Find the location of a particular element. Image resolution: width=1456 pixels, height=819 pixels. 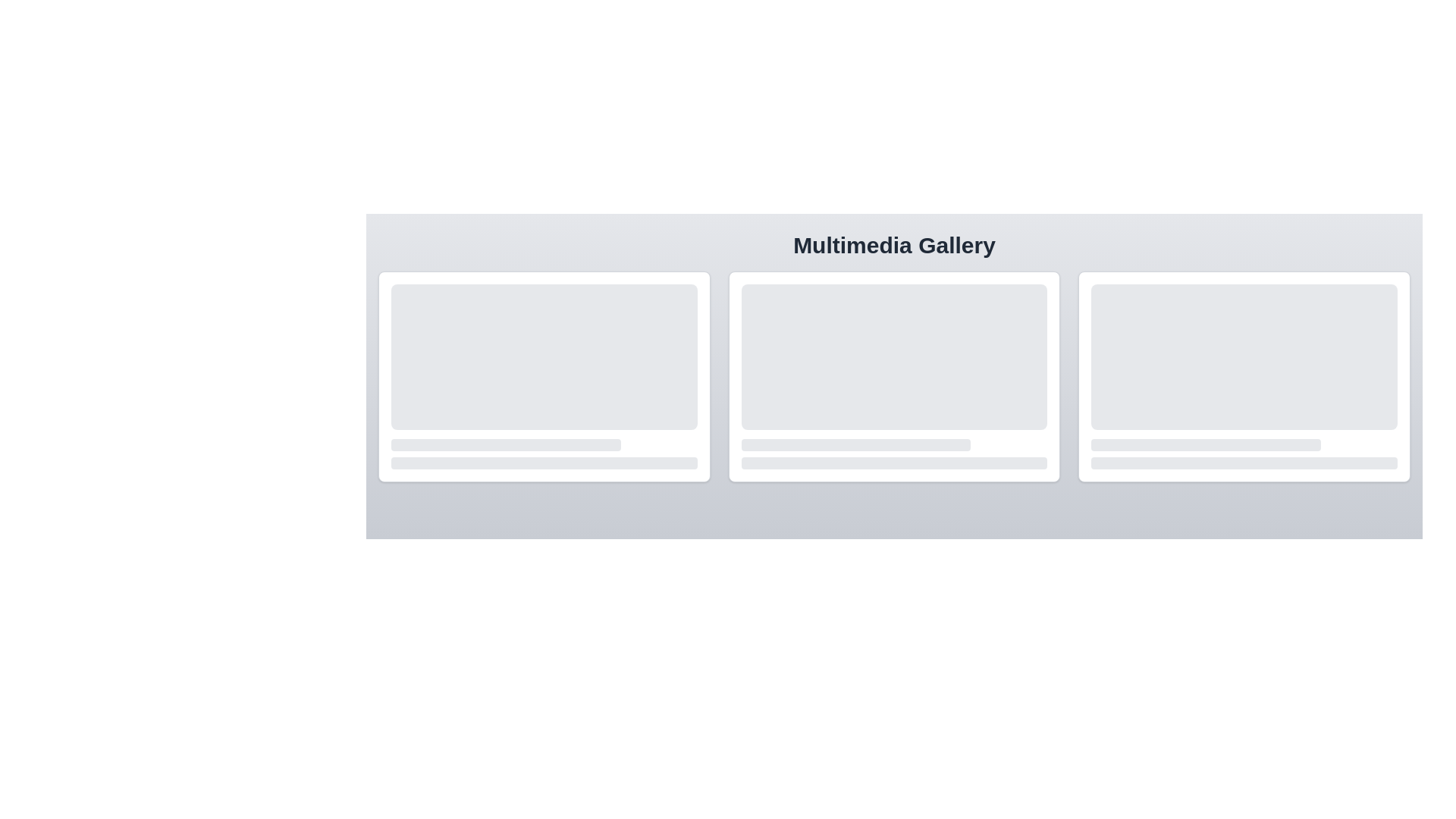

the thin rectangular gray Loading Placeholder located at the bottom of the card in the rightmost column of a three-column grid layout is located at coordinates (1244, 462).